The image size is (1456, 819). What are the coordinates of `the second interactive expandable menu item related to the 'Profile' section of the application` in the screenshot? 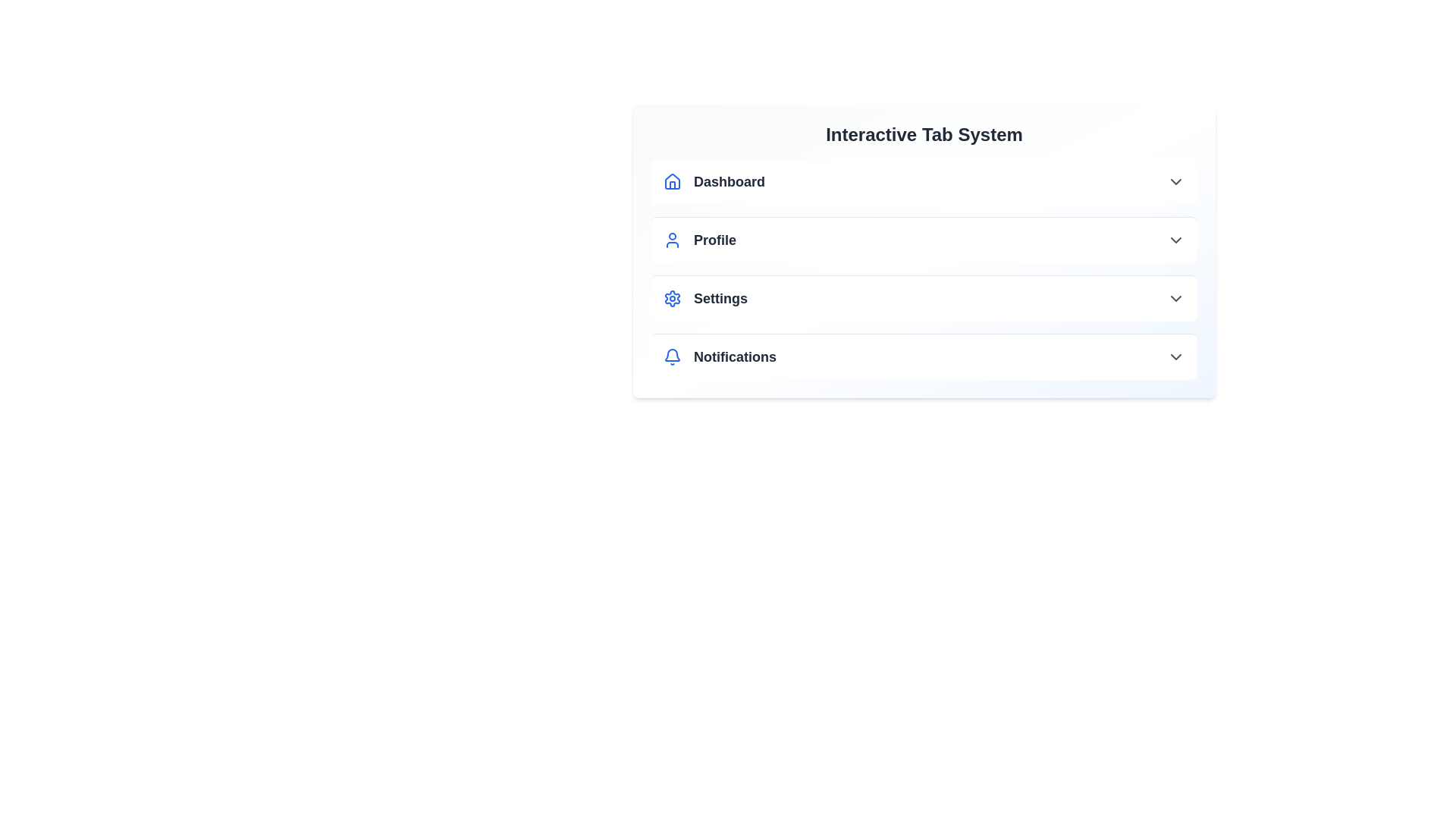 It's located at (924, 239).